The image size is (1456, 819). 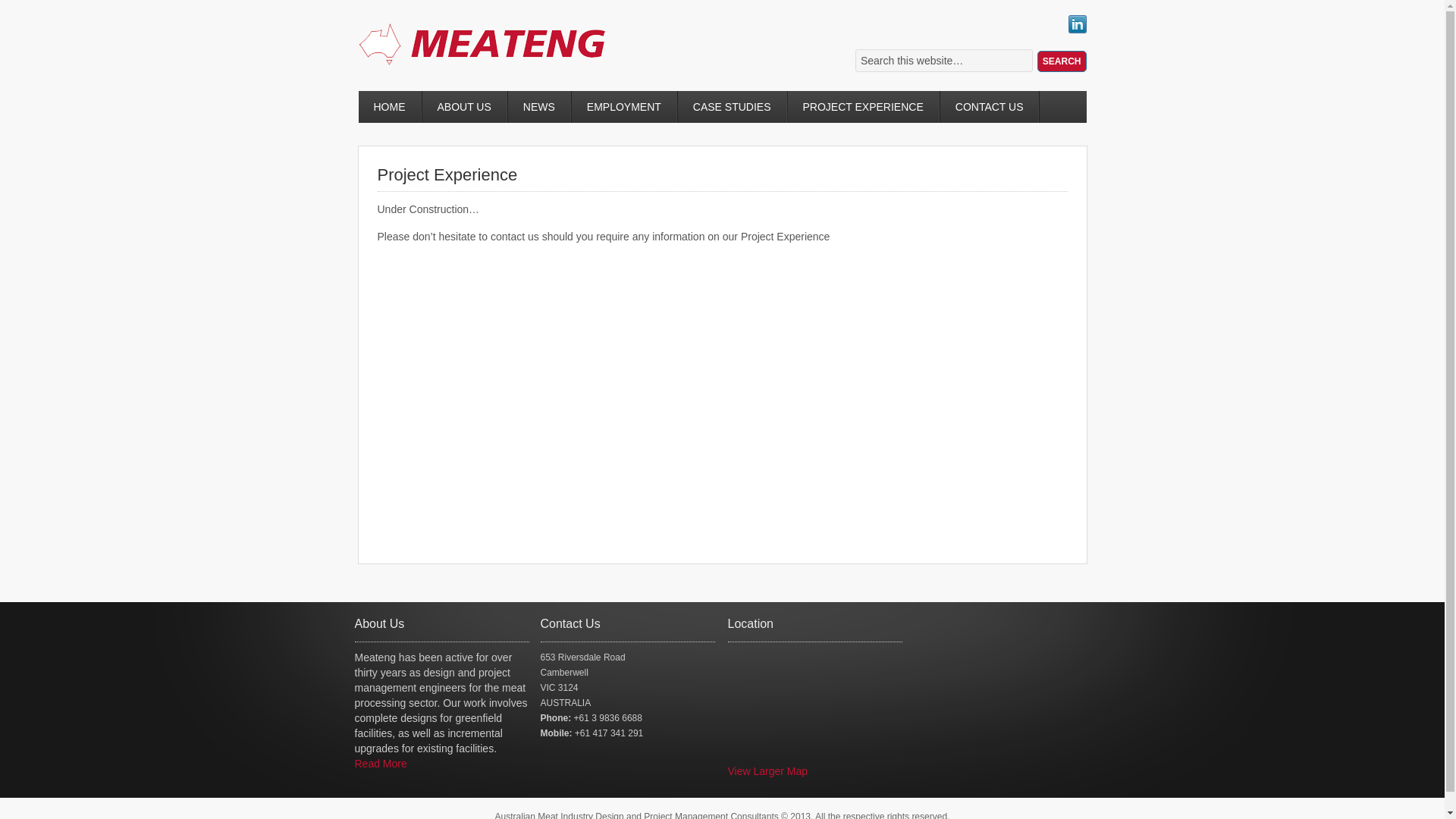 What do you see at coordinates (1076, 29) in the screenshot?
I see `'Join Us on LinkedIn!'` at bounding box center [1076, 29].